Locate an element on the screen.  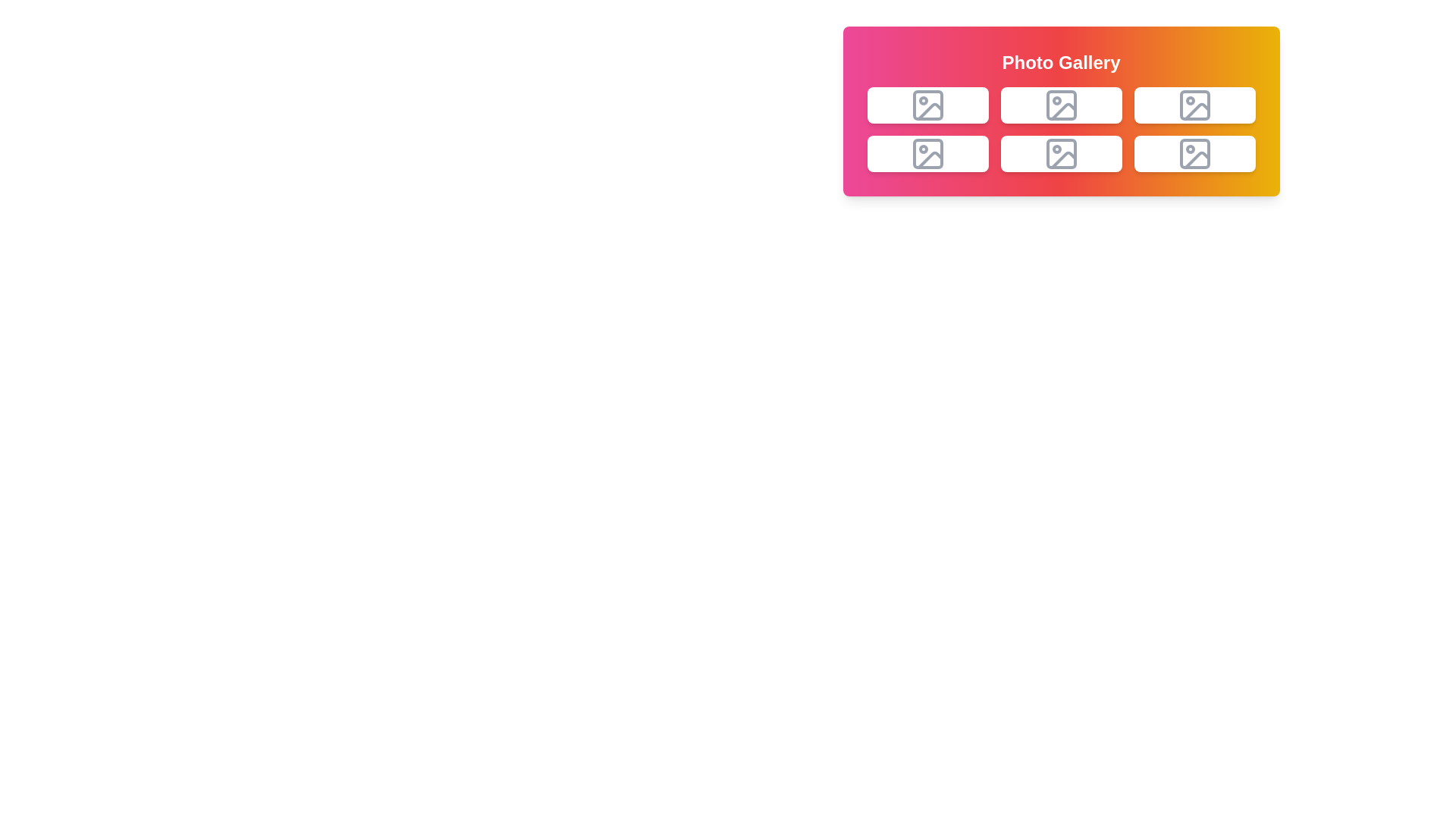
the individual image sections within the 'Photo Gallery' panel that has a vibrant gradient background transitioning from pink to yellow is located at coordinates (1060, 110).